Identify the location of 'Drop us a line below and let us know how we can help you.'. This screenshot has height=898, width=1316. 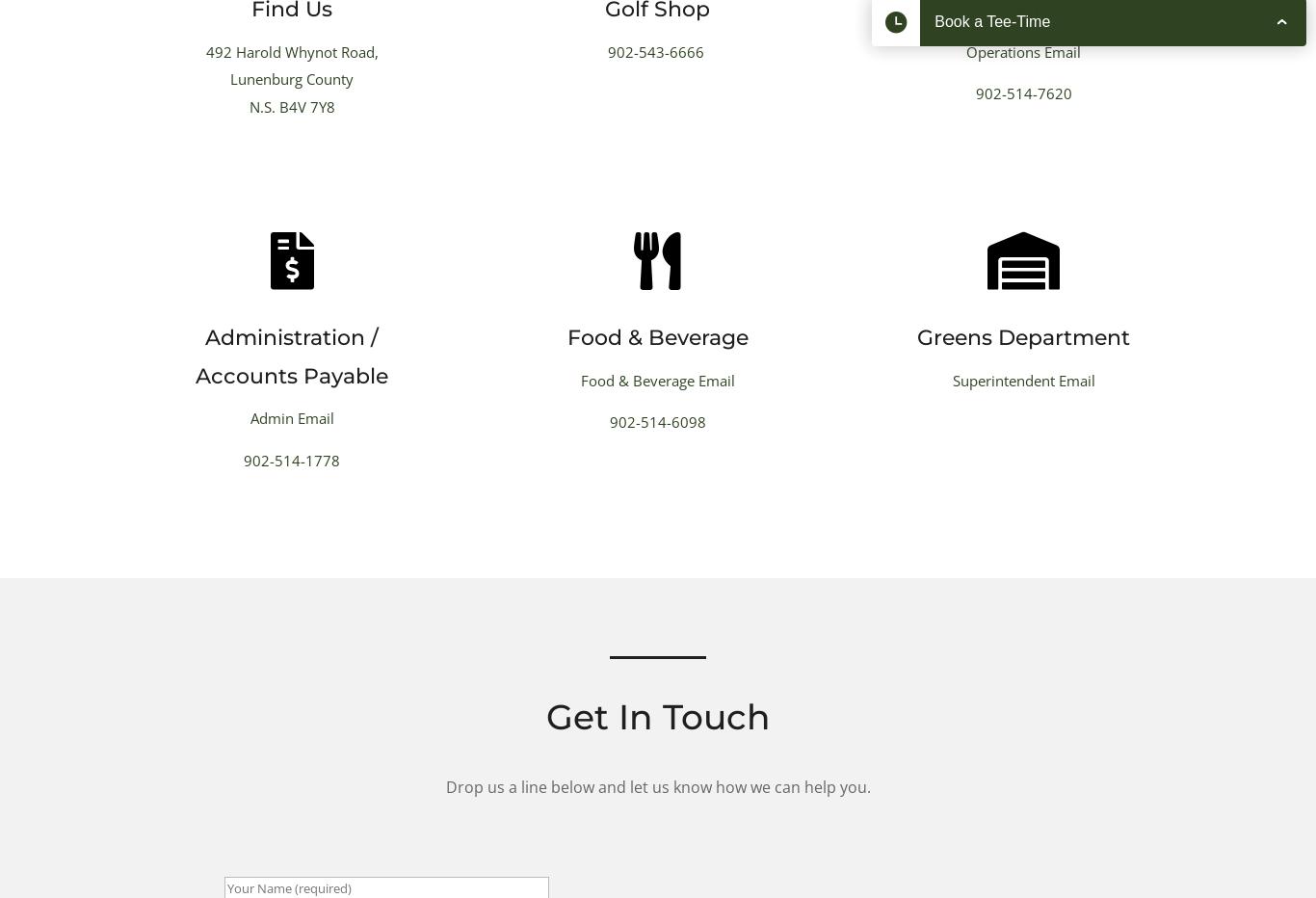
(656, 785).